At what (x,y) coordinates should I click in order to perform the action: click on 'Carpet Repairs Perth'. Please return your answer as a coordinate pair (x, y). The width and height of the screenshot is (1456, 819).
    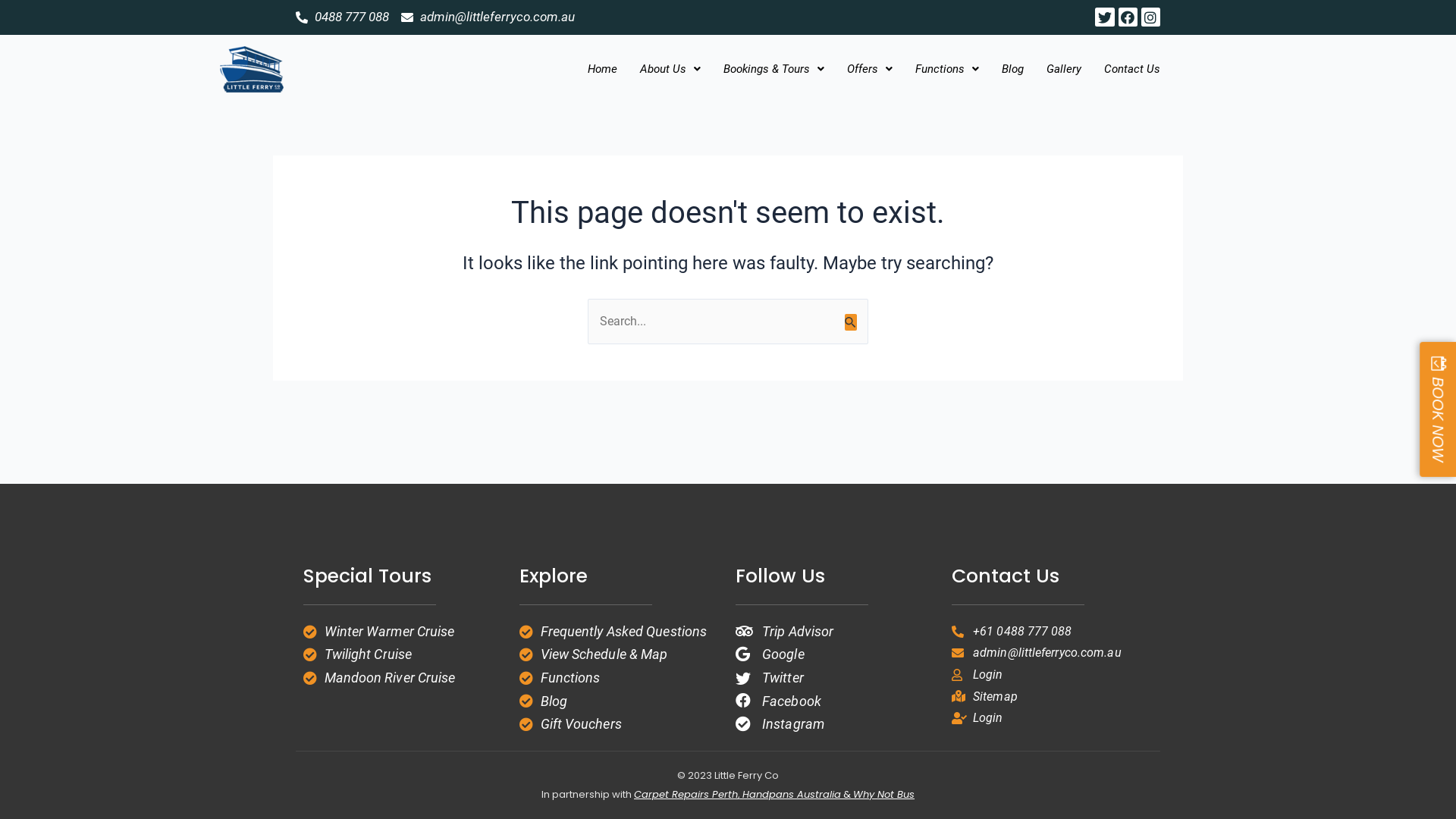
    Looking at the image, I should click on (685, 793).